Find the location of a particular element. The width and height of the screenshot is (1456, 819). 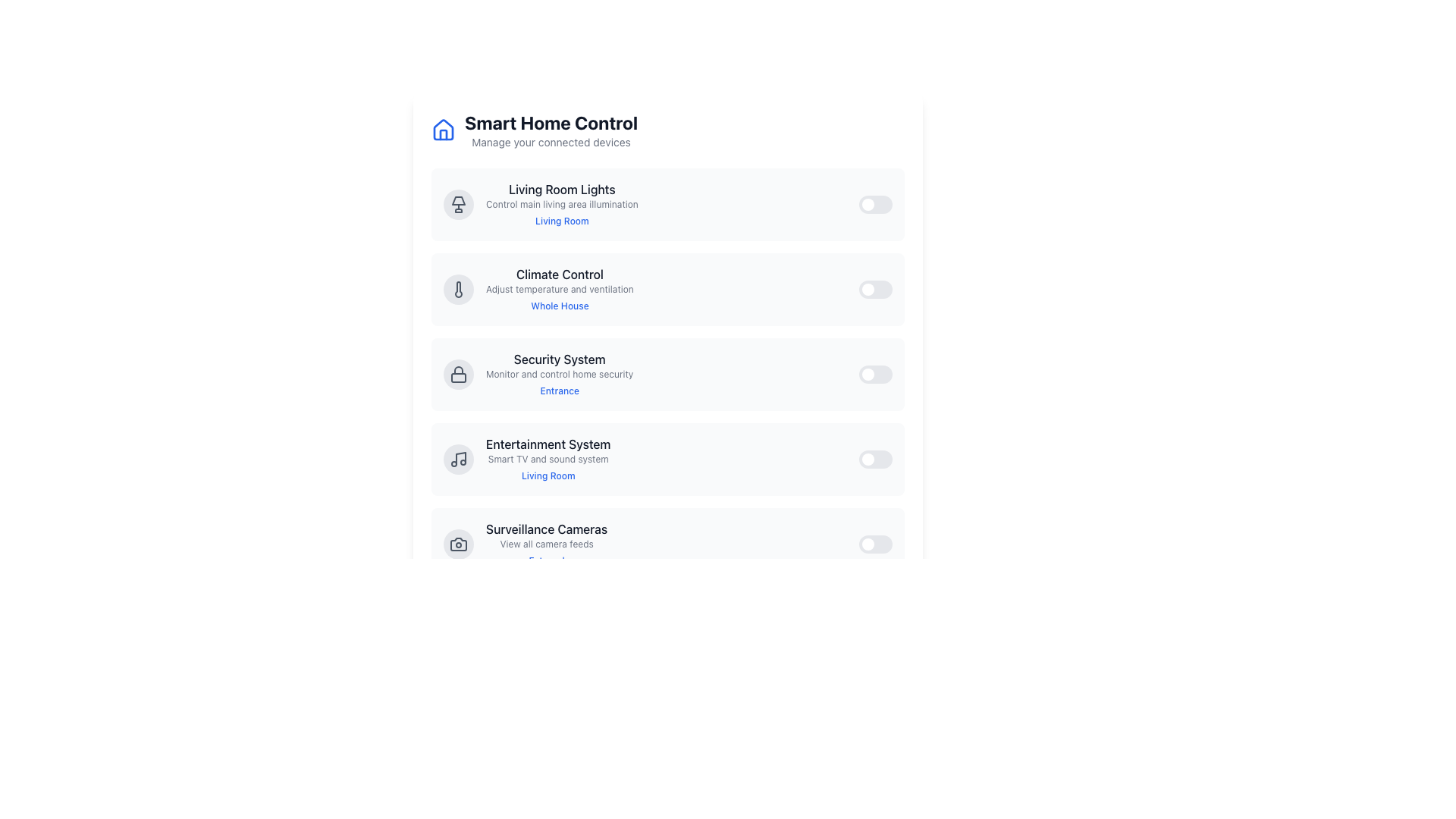

the informational list item titled 'Security System' which includes a subtitle and a link labeled 'Entrance' is located at coordinates (559, 374).